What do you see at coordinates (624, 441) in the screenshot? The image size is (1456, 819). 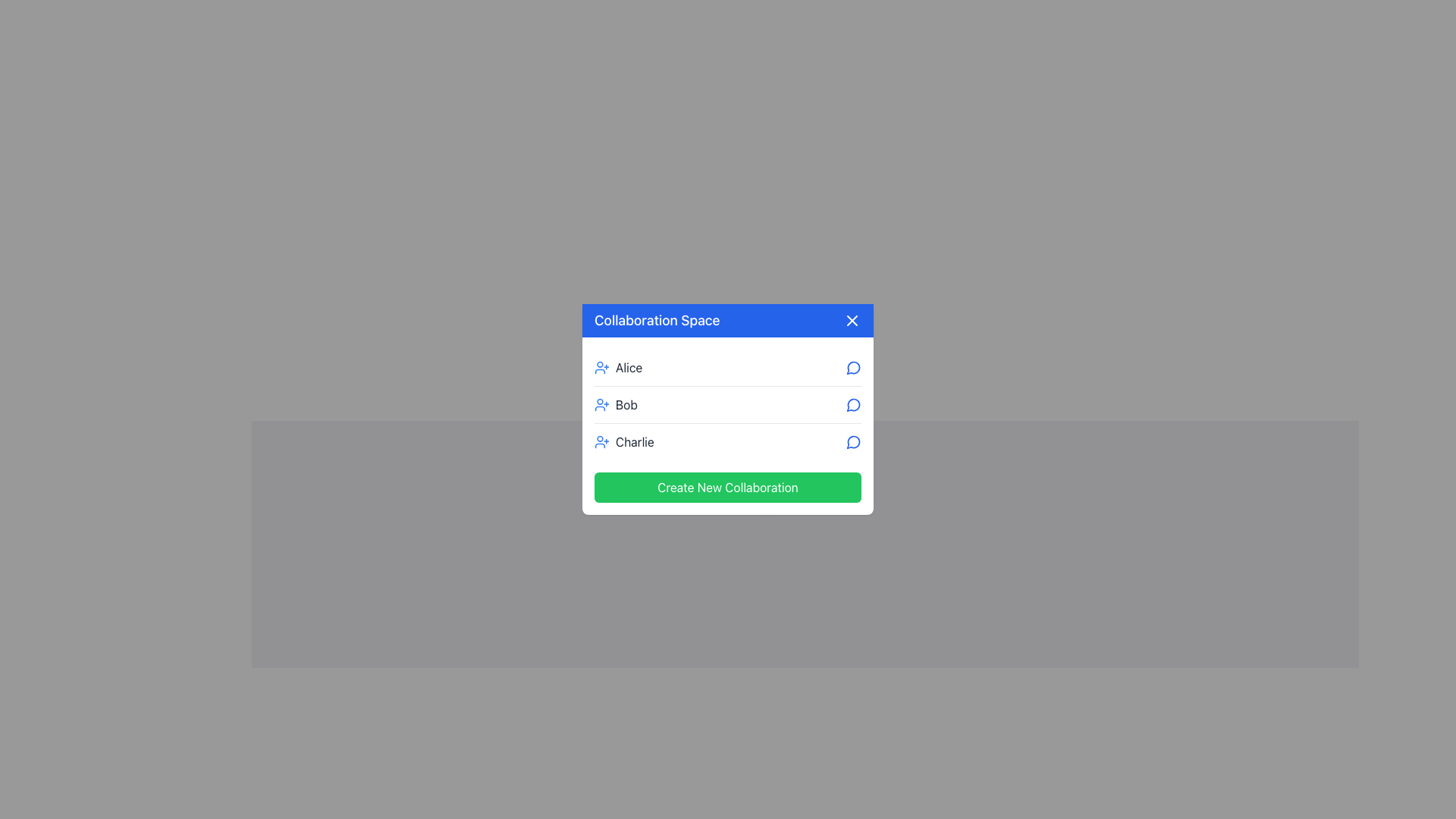 I see `the user entry 'Charlie' in the collaboration list, which is the third item below 'Alice' and 'Bob' in the 'Collaboration Space' dialog box` at bounding box center [624, 441].